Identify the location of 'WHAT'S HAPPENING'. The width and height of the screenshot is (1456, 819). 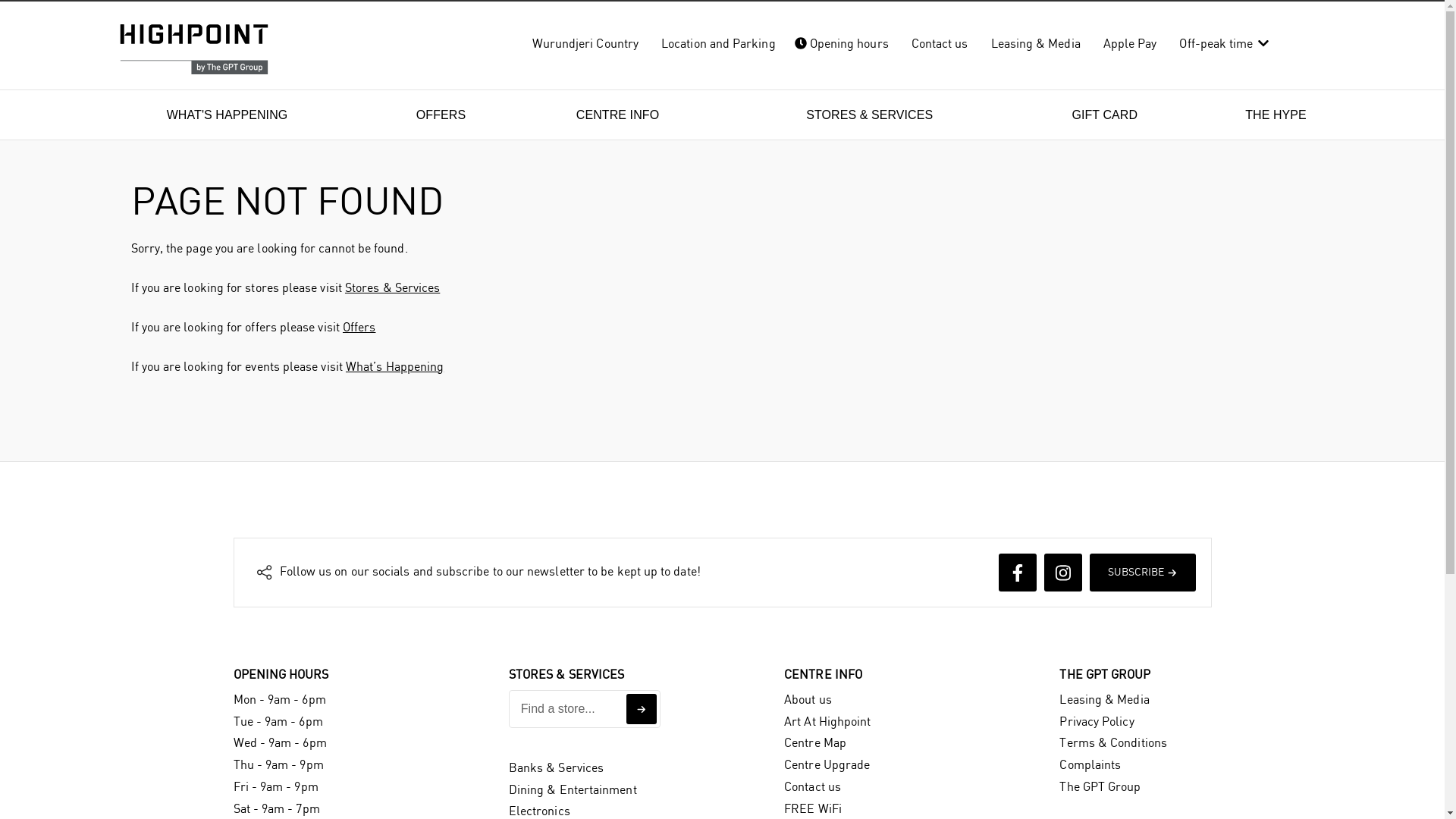
(226, 113).